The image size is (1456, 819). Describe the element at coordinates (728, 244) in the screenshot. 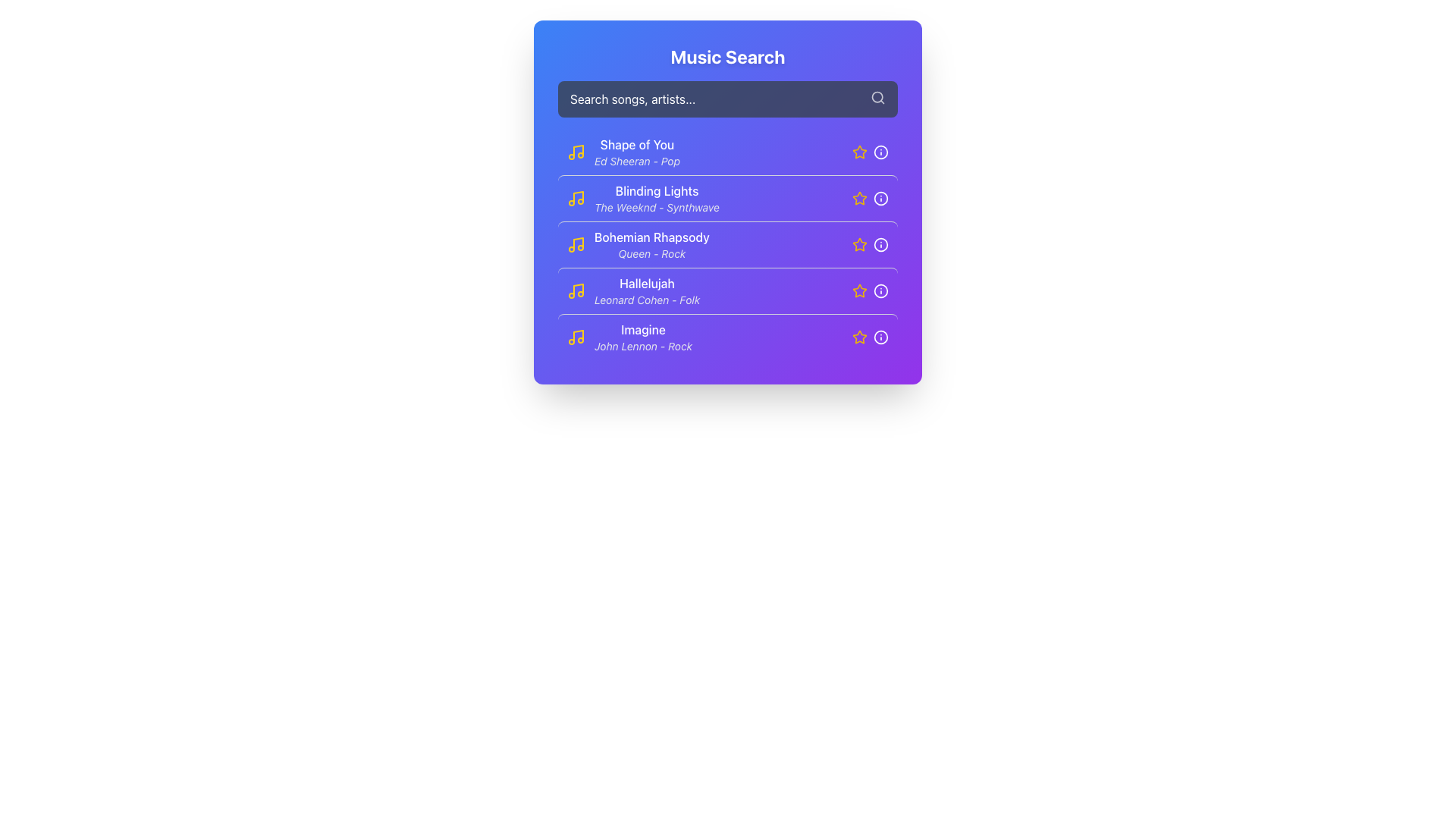

I see `the info button on the third list item in the music search interface` at that location.